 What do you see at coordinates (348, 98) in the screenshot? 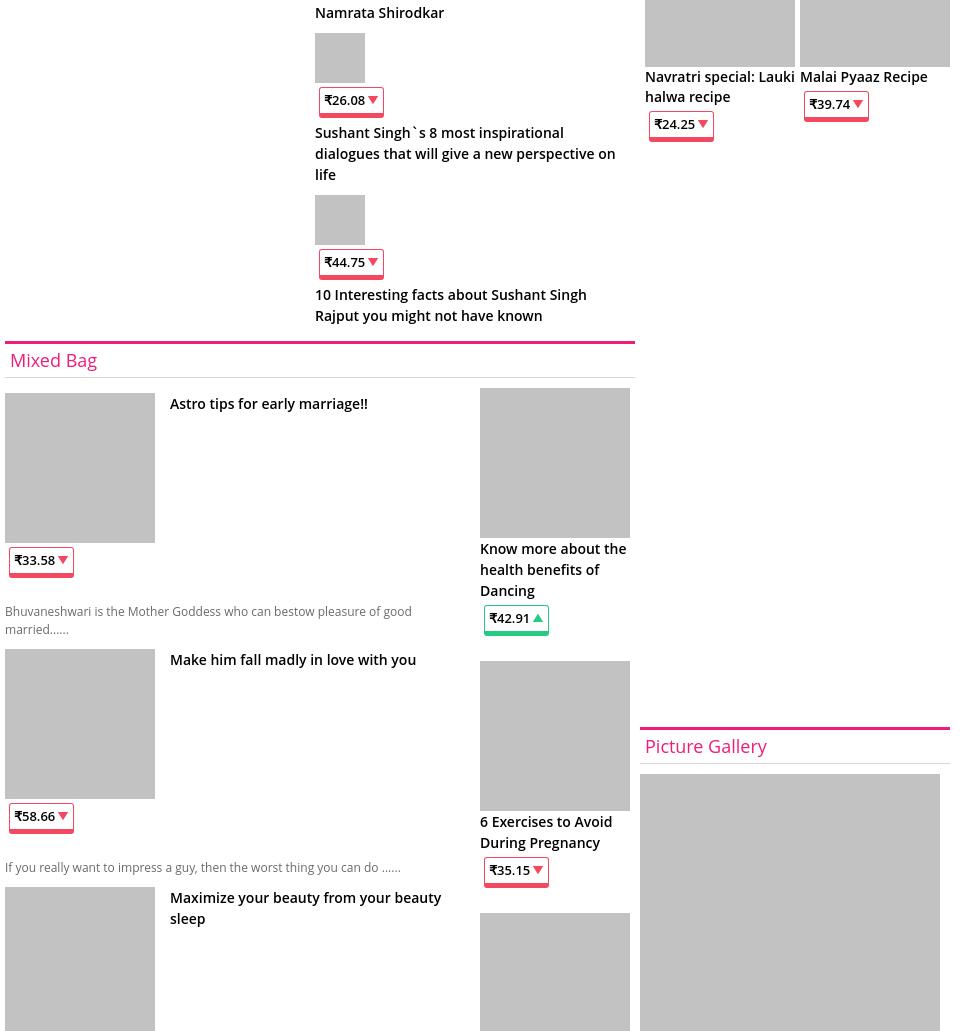
I see `'26.07'` at bounding box center [348, 98].